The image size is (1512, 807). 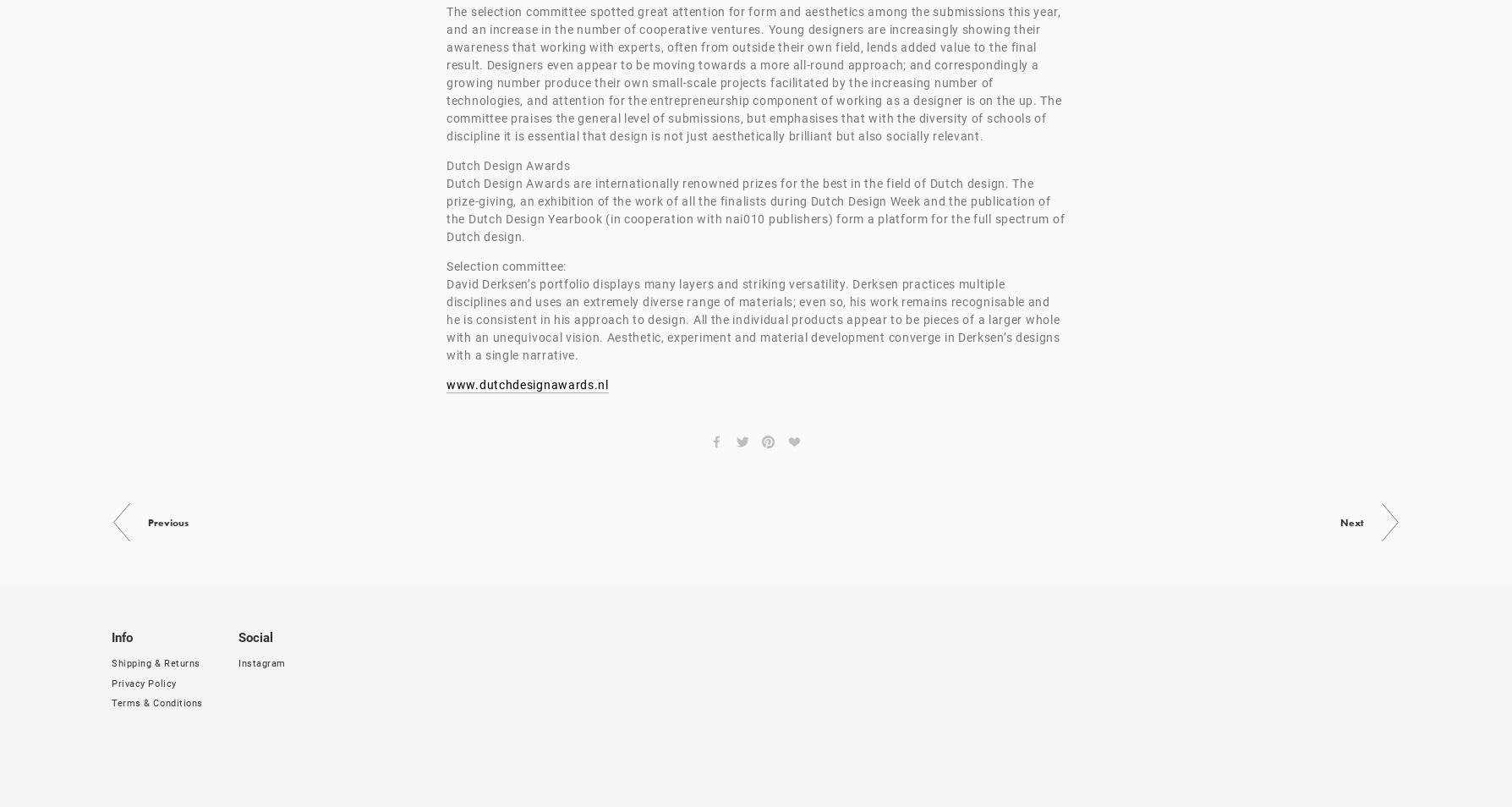 What do you see at coordinates (111, 683) in the screenshot?
I see `'Privacy Policy'` at bounding box center [111, 683].